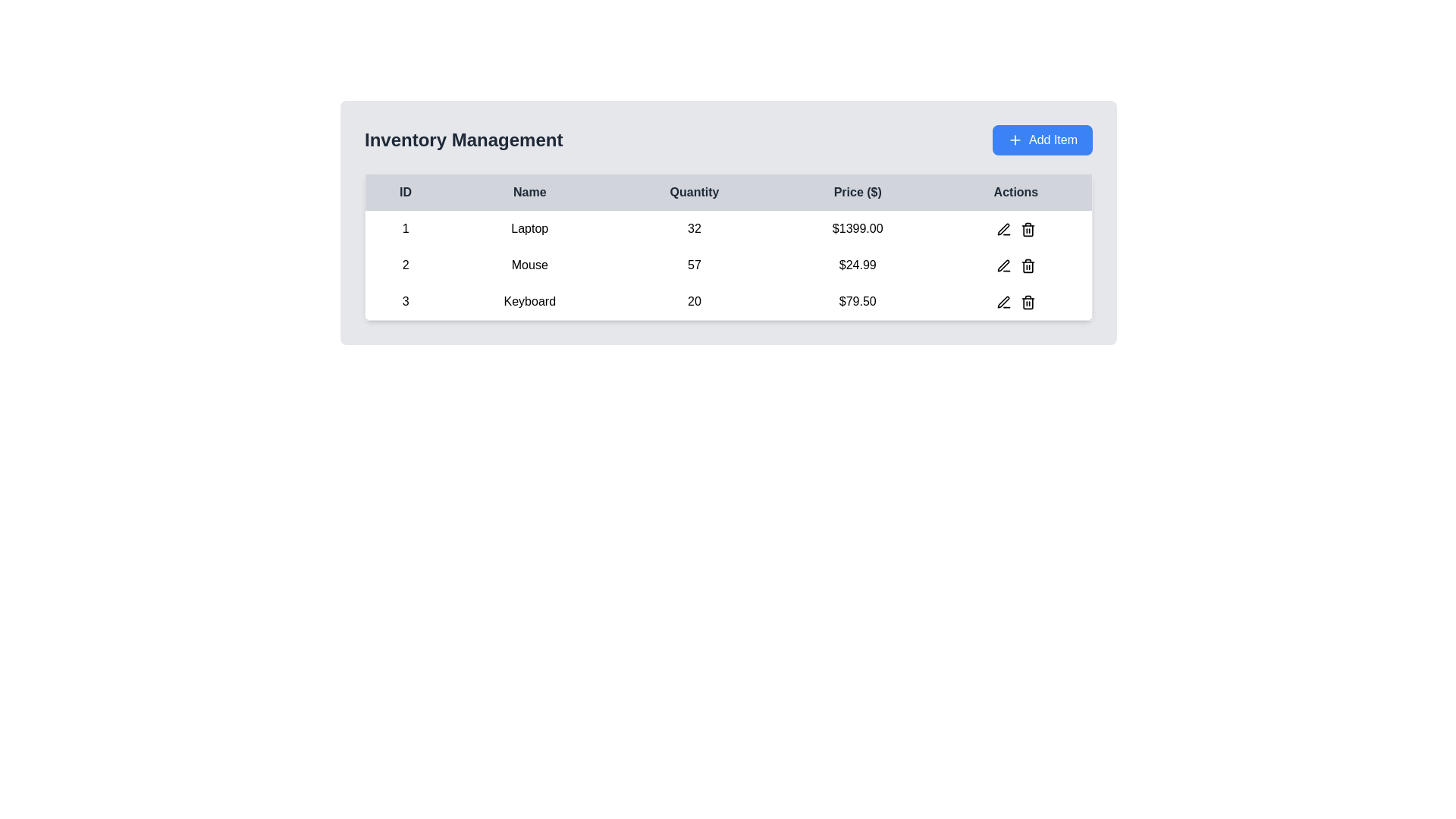  What do you see at coordinates (1028, 265) in the screenshot?
I see `the trash can icon button located in the 'Actions' column of the second row of the data table` at bounding box center [1028, 265].